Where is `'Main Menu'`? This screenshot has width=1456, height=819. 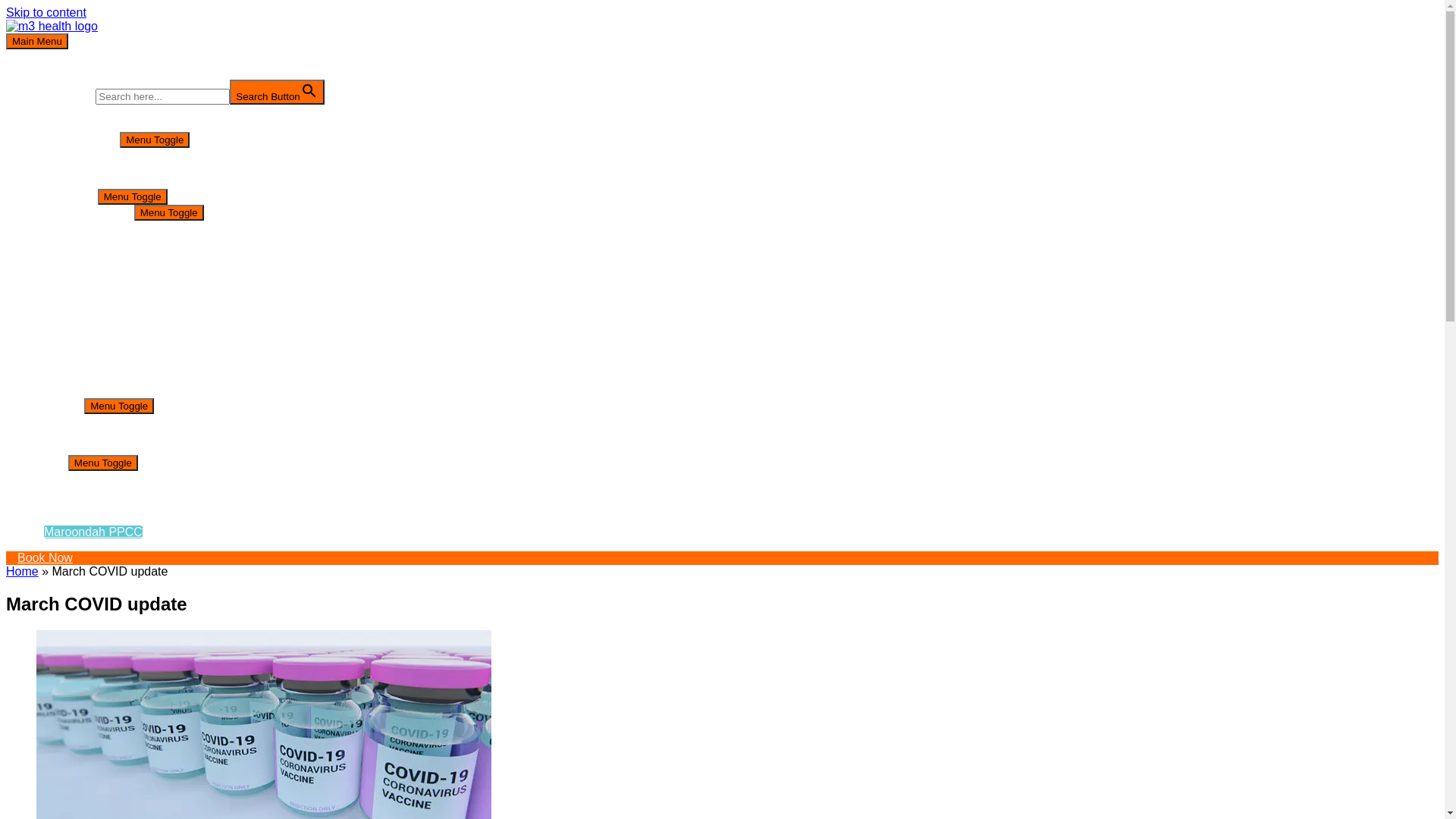 'Main Menu' is located at coordinates (6, 40).